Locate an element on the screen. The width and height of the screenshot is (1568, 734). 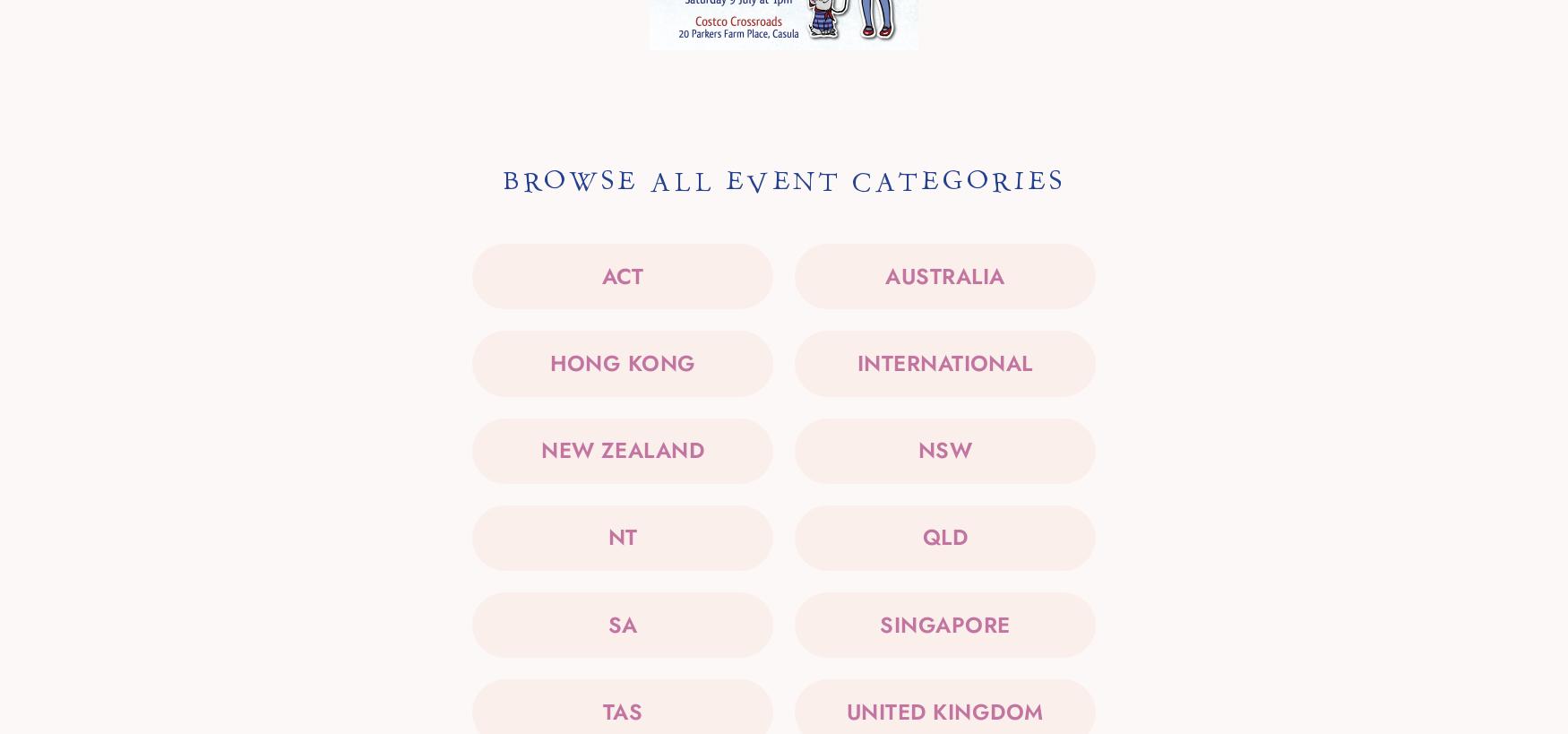
'SA' is located at coordinates (622, 624).